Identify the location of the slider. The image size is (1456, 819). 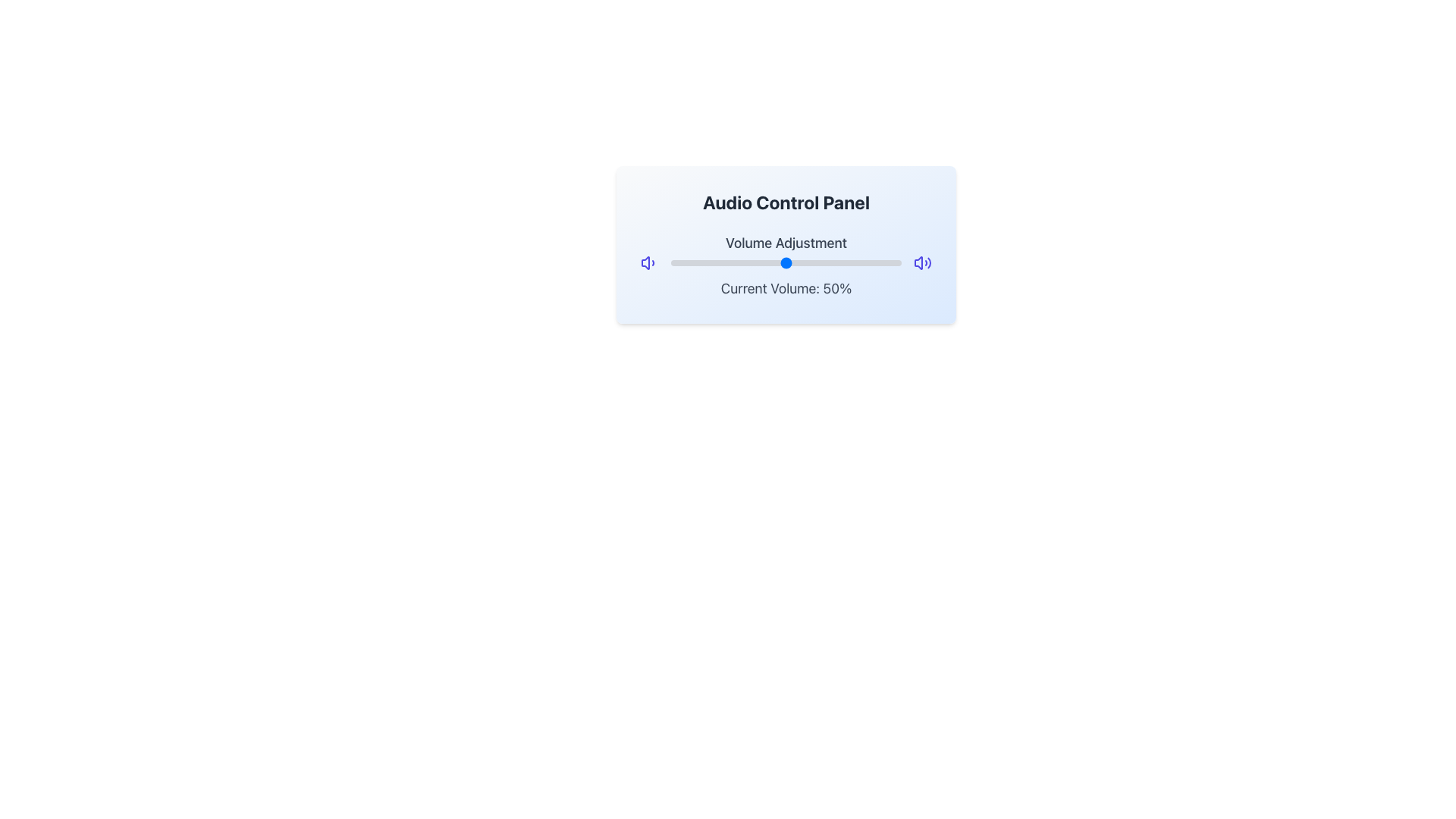
(682, 262).